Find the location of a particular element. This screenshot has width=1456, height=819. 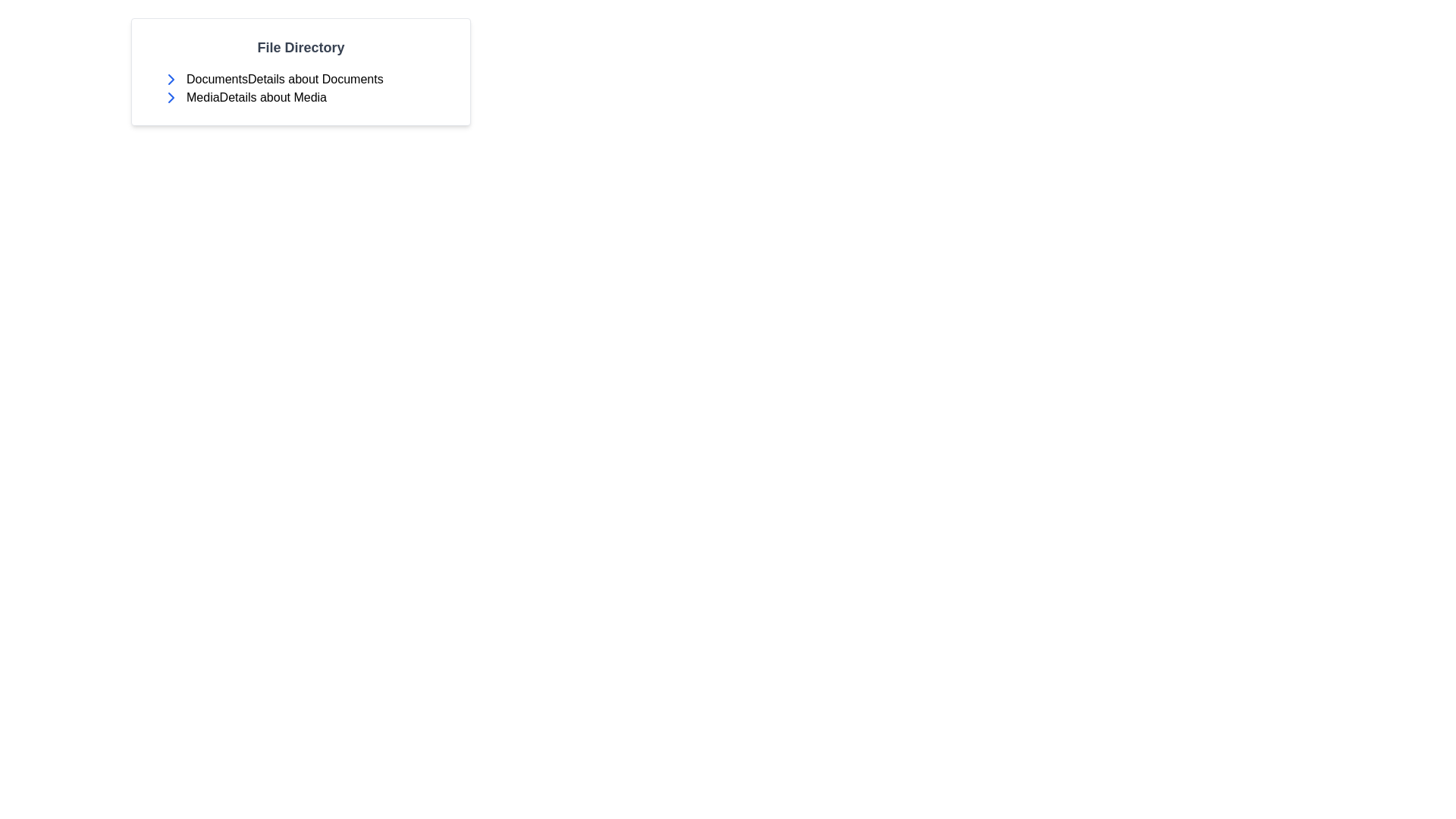

the 'DocumentsDetails about Documents' text label located in the first row under 'File Directory', which has a tooltip for additional information is located at coordinates (284, 79).